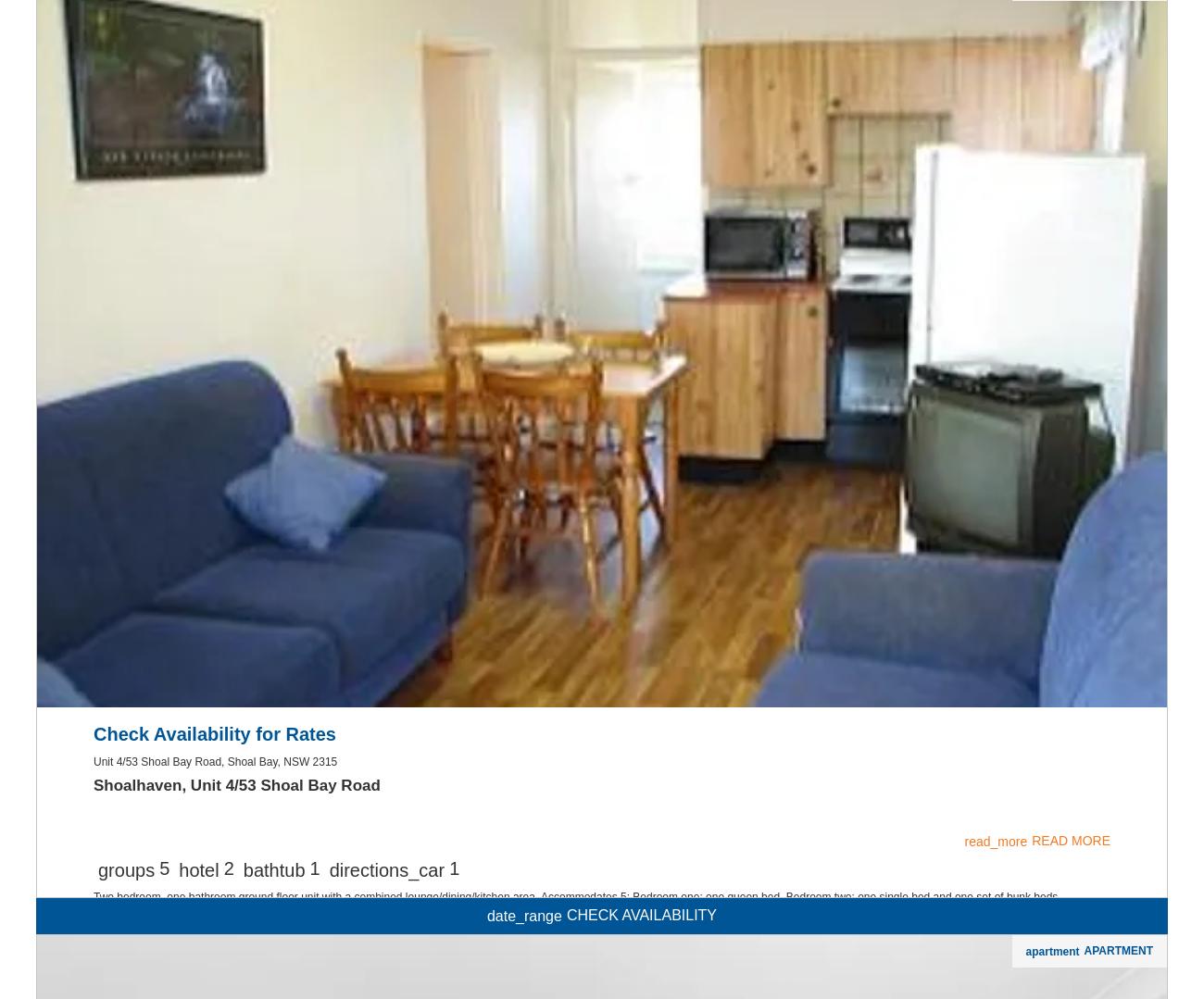  What do you see at coordinates (522, 187) in the screenshot?
I see `'date_range'` at bounding box center [522, 187].